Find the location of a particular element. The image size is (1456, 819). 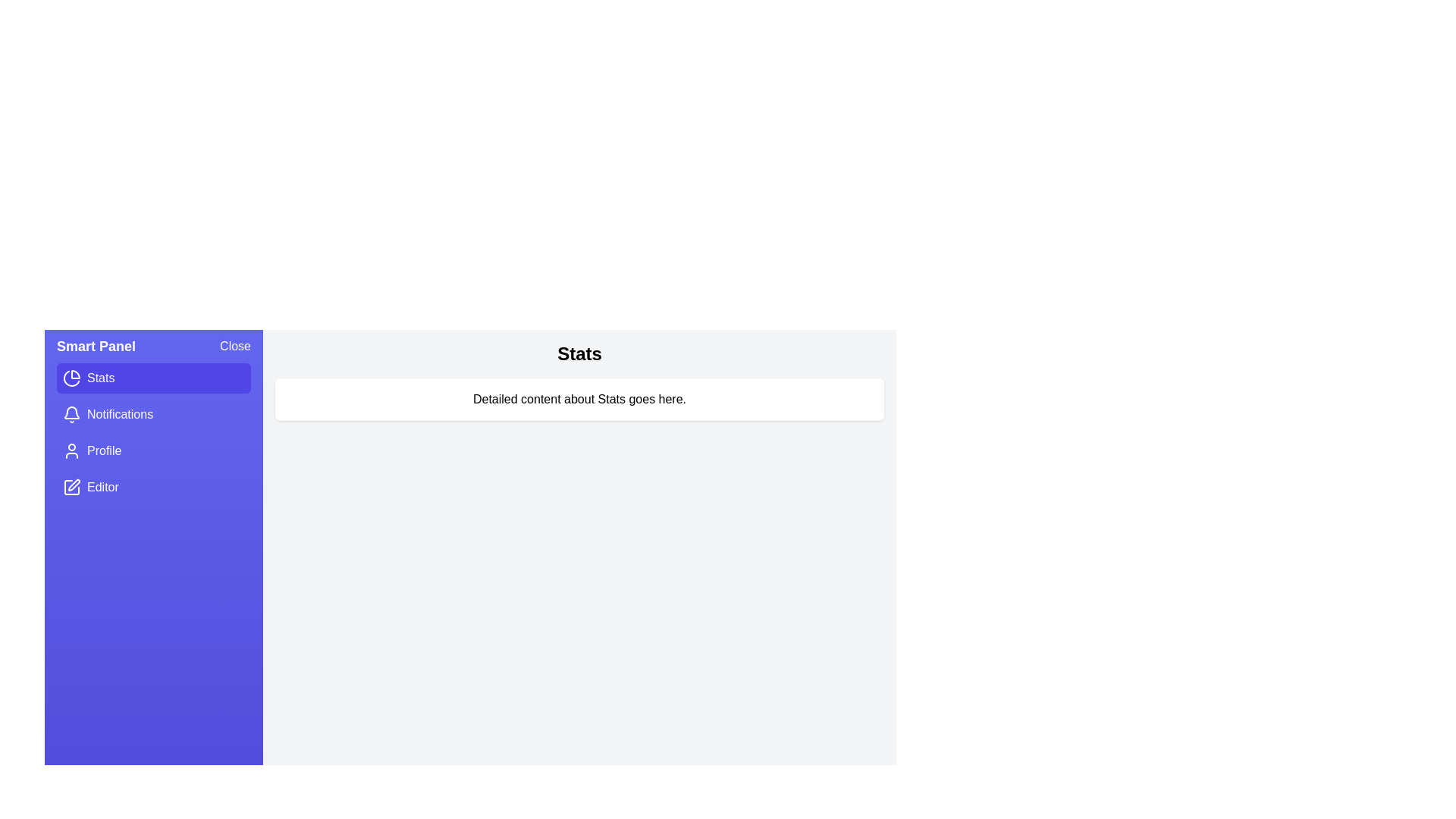

'Close' button to toggle the drawer closed is located at coordinates (234, 346).